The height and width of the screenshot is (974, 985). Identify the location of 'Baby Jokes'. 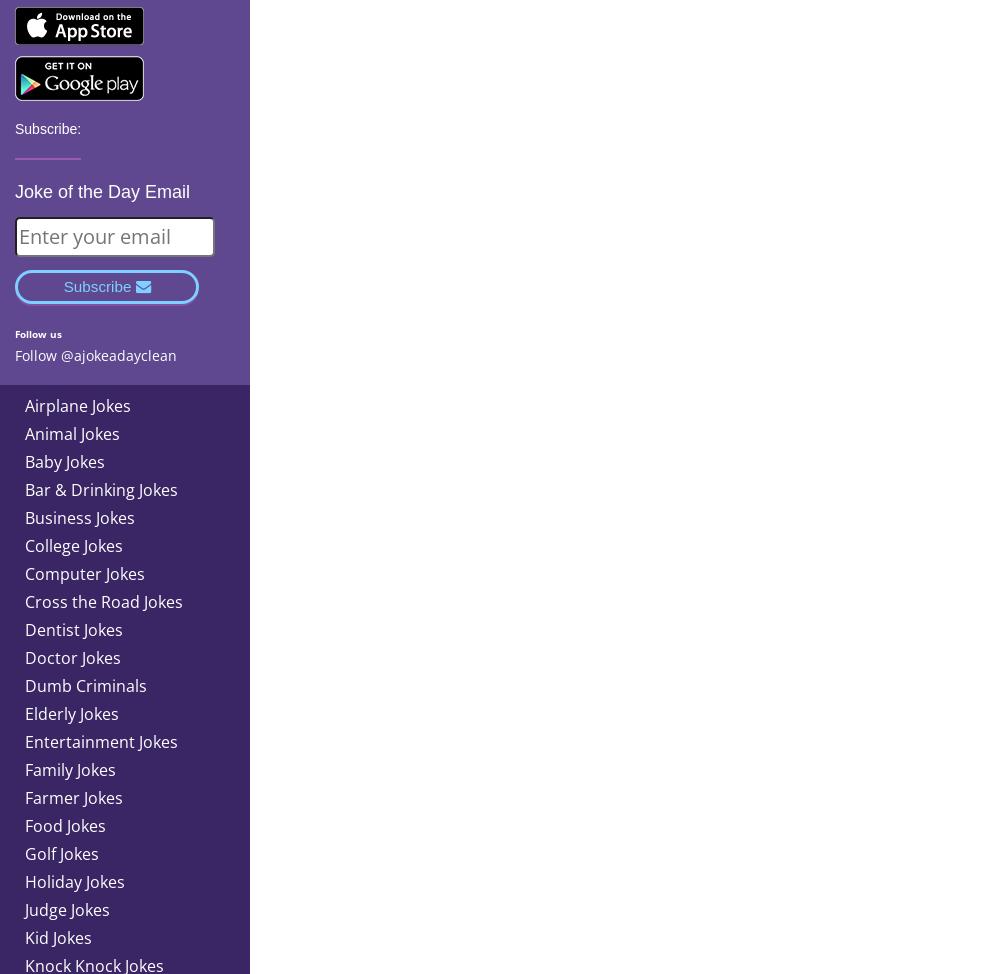
(64, 459).